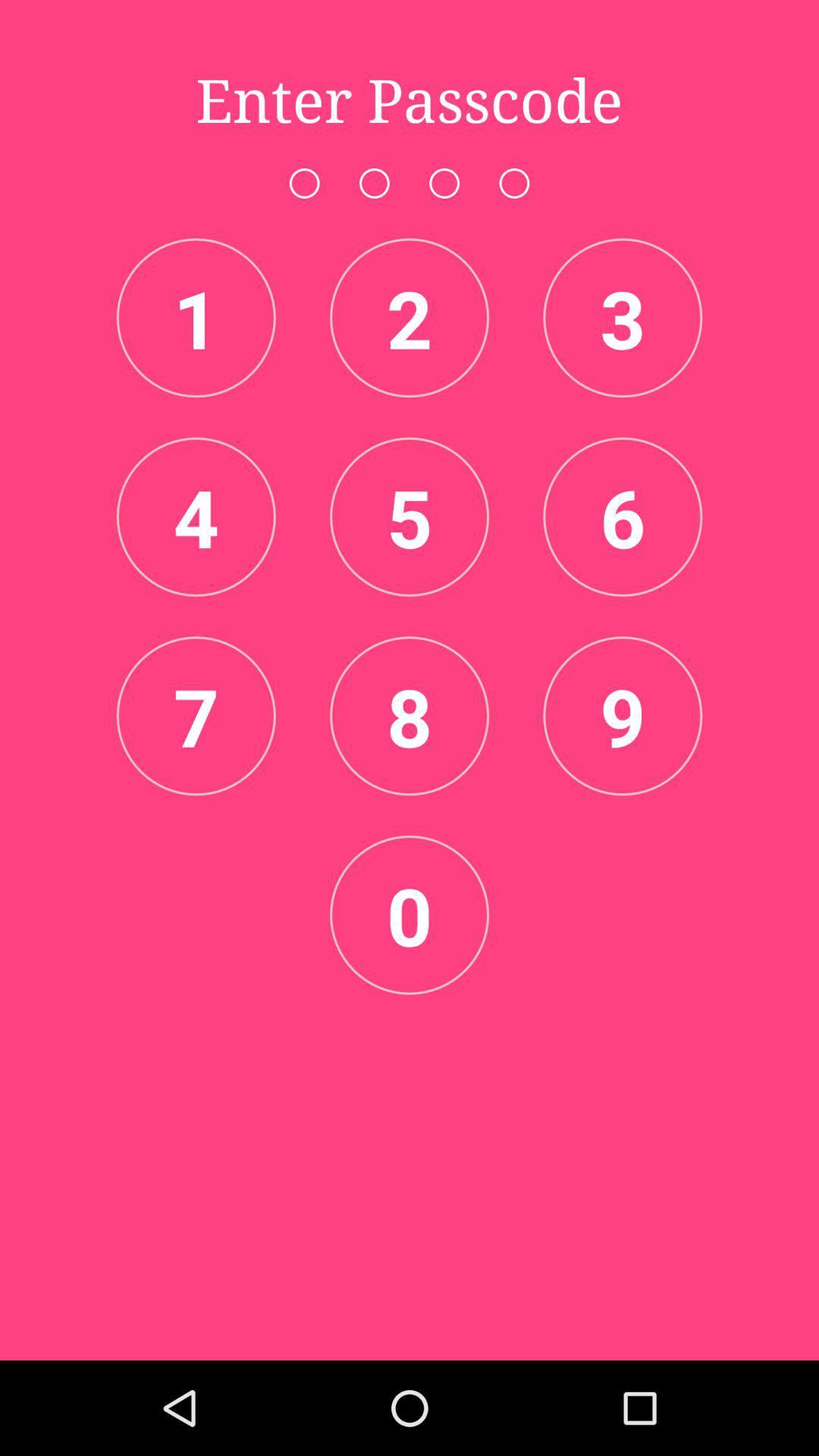 This screenshot has width=819, height=1456. What do you see at coordinates (623, 516) in the screenshot?
I see `the icon next to the 5 item` at bounding box center [623, 516].